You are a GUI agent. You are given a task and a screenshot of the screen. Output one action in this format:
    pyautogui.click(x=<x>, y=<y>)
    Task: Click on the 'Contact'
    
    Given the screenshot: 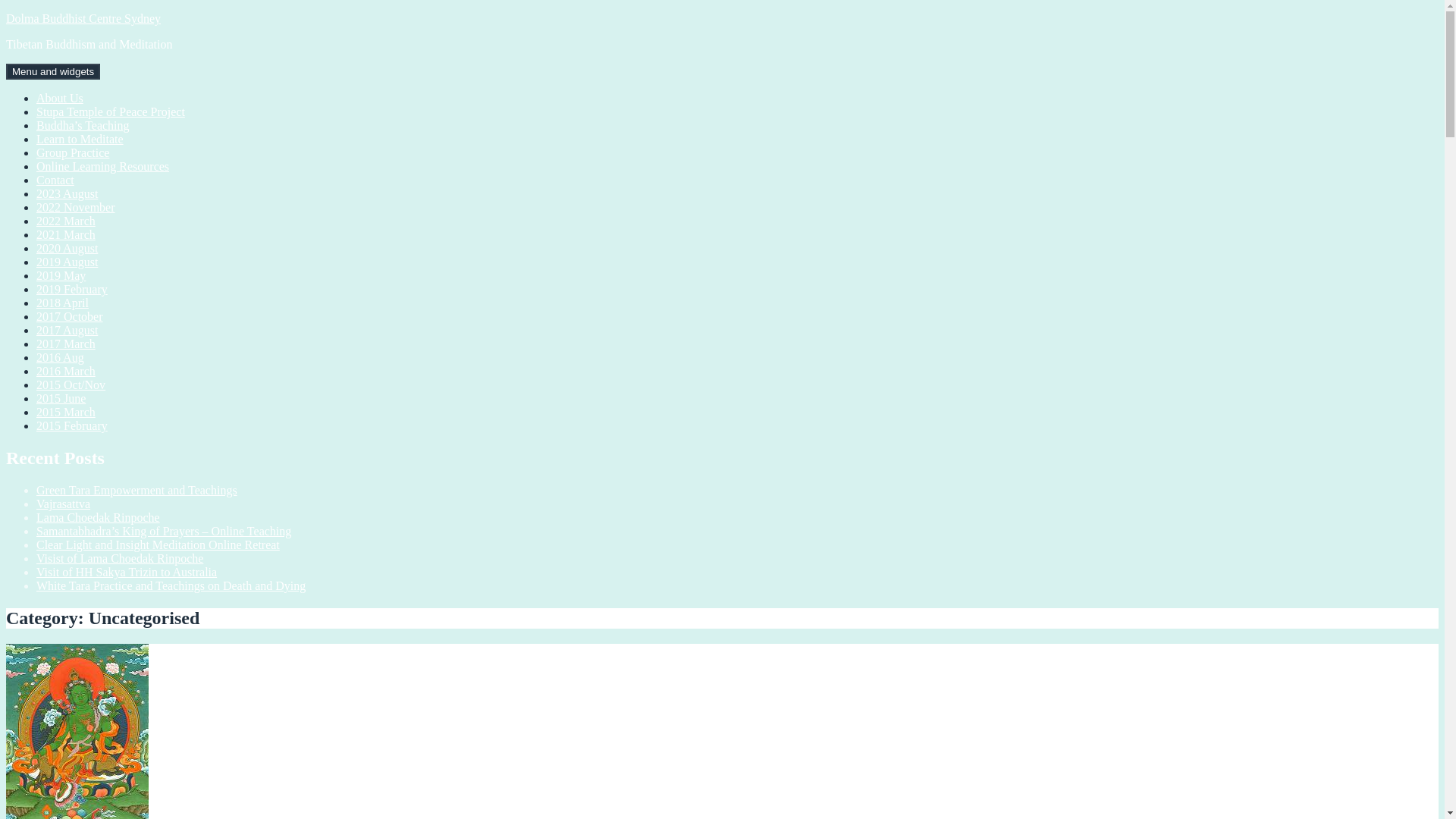 What is the action you would take?
    pyautogui.click(x=55, y=179)
    